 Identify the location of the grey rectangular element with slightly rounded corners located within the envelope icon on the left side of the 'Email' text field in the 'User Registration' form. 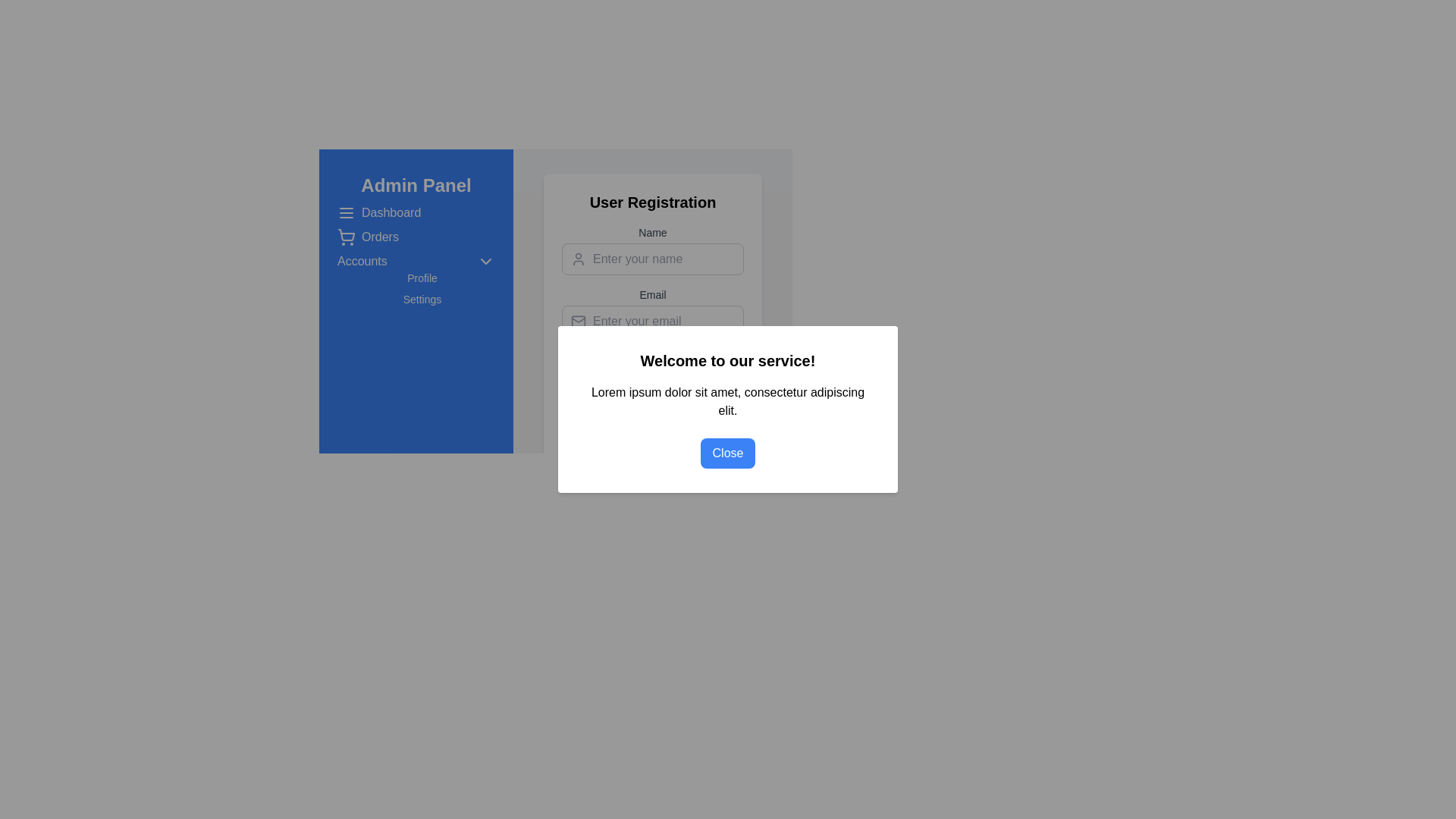
(578, 321).